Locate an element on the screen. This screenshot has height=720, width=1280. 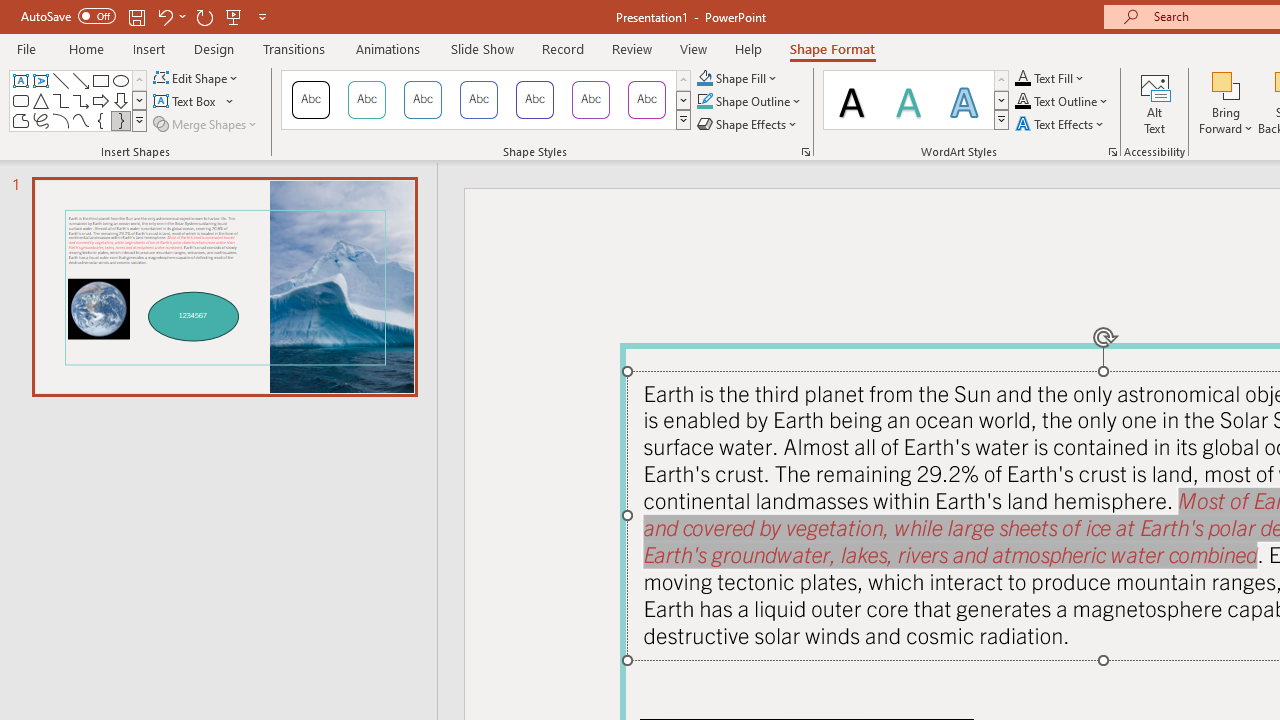
'View' is located at coordinates (693, 48).